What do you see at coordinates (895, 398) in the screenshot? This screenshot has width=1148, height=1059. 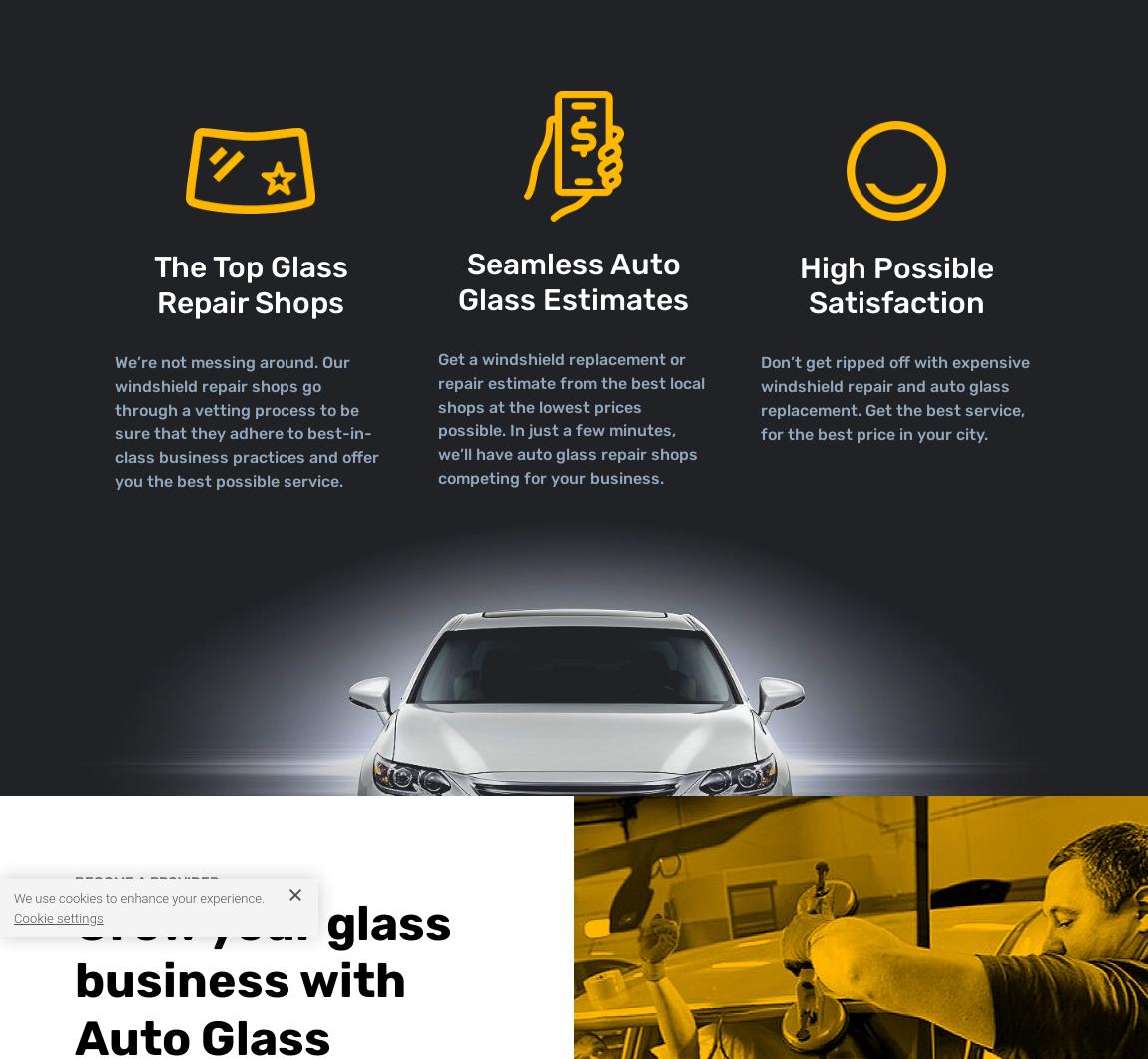 I see `'Don’t get ripped off with expensive windshield repair and auto glass replacement. Get the best service, for the best price in your city.'` at bounding box center [895, 398].